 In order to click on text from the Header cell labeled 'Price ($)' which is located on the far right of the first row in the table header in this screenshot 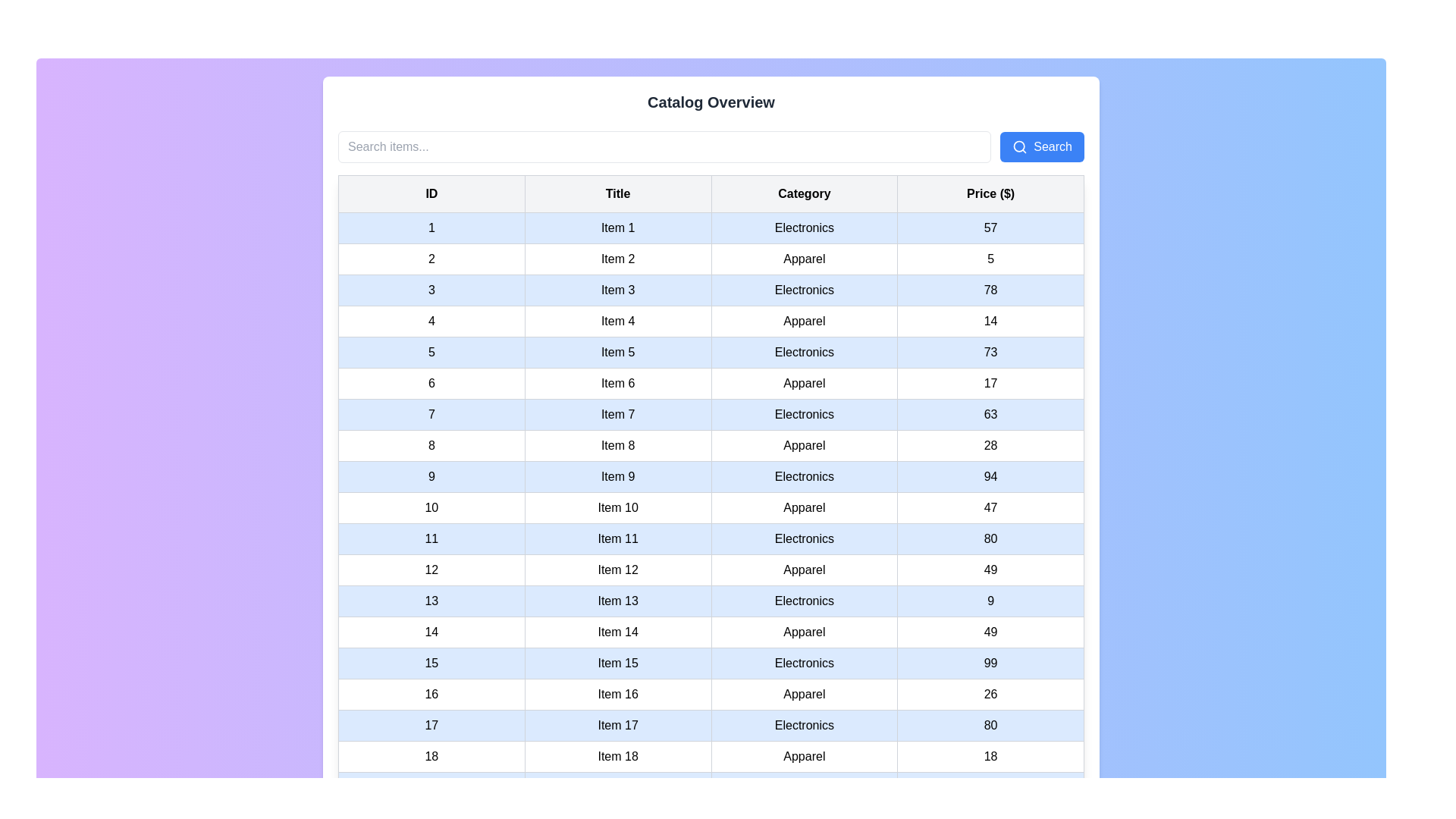, I will do `click(990, 193)`.